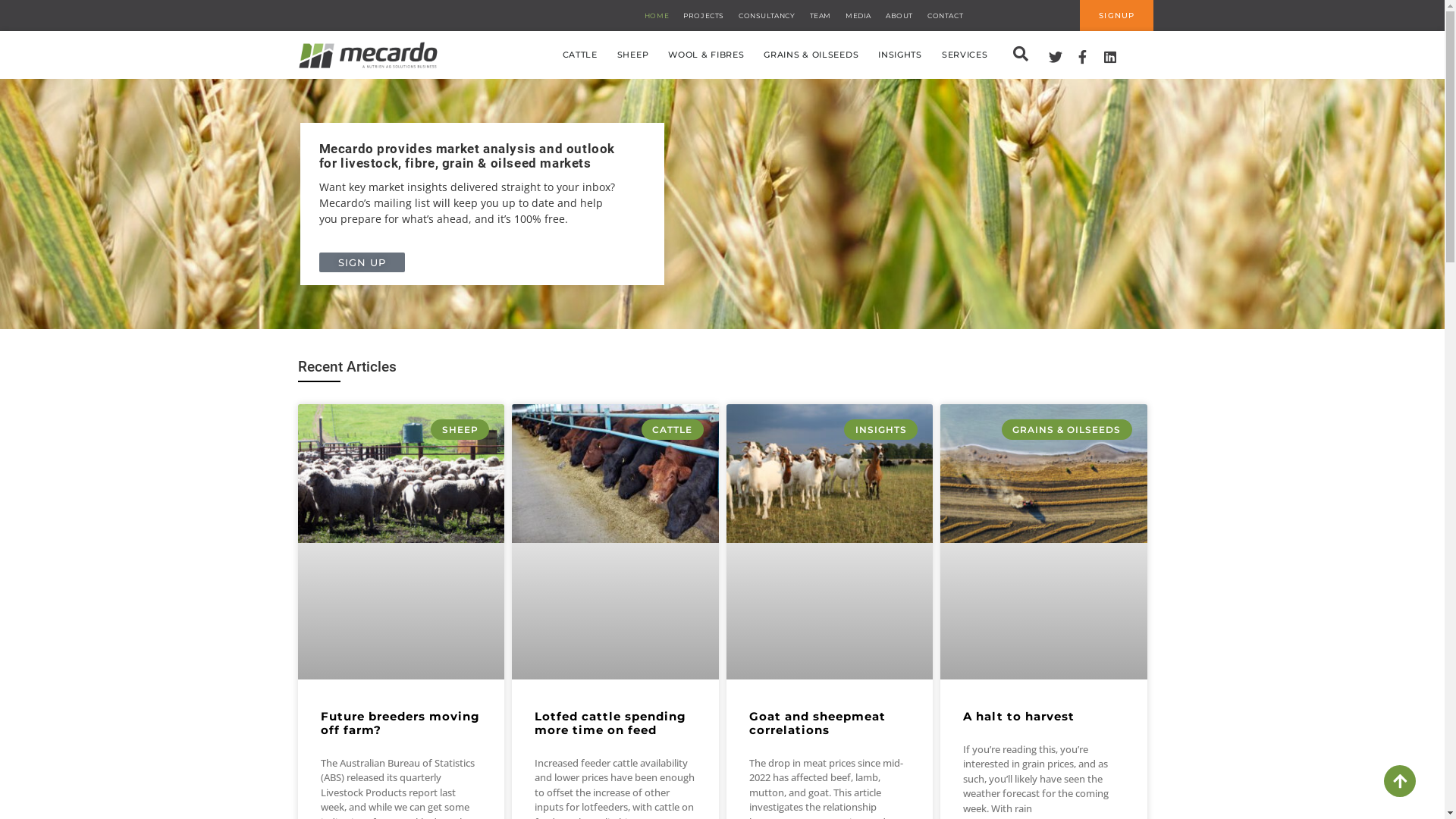 The image size is (1456, 819). Describe the element at coordinates (899, 14) in the screenshot. I see `'ABOUT'` at that location.